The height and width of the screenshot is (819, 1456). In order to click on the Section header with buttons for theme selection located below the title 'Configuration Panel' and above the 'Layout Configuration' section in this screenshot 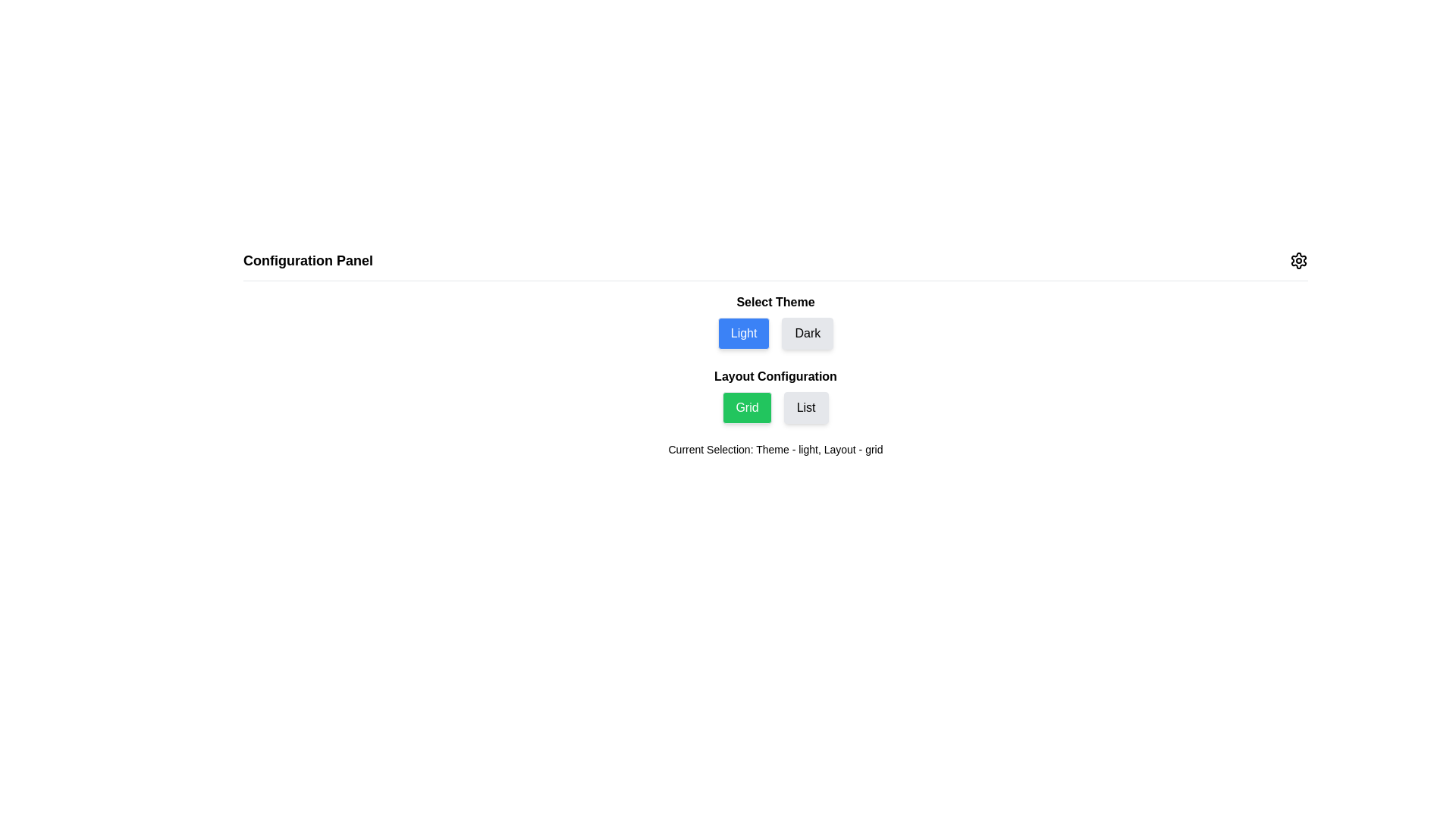, I will do `click(775, 321)`.